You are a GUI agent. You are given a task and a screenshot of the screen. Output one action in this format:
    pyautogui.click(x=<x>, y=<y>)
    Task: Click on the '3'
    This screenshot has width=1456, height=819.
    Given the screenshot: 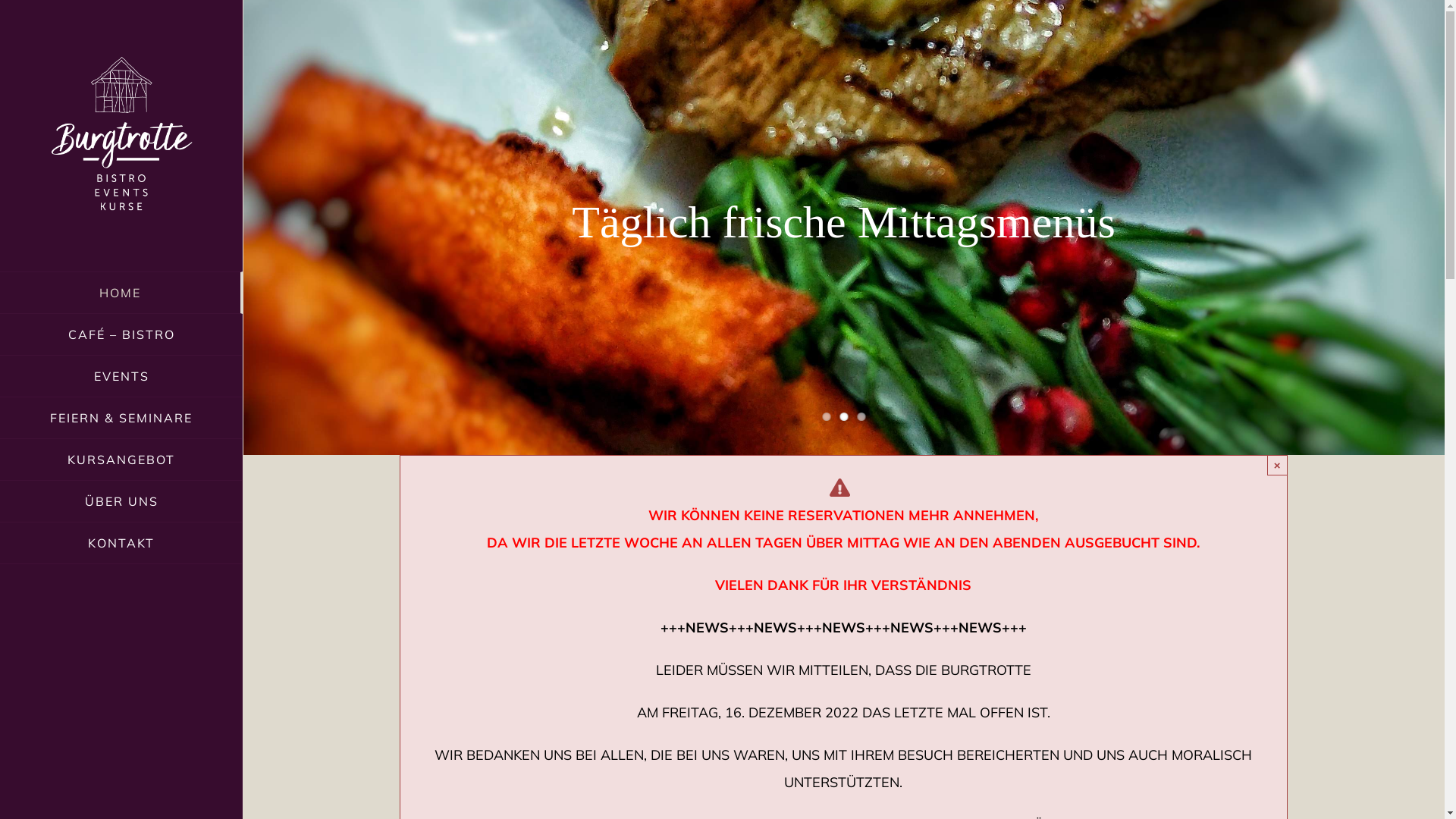 What is the action you would take?
    pyautogui.click(x=861, y=416)
    